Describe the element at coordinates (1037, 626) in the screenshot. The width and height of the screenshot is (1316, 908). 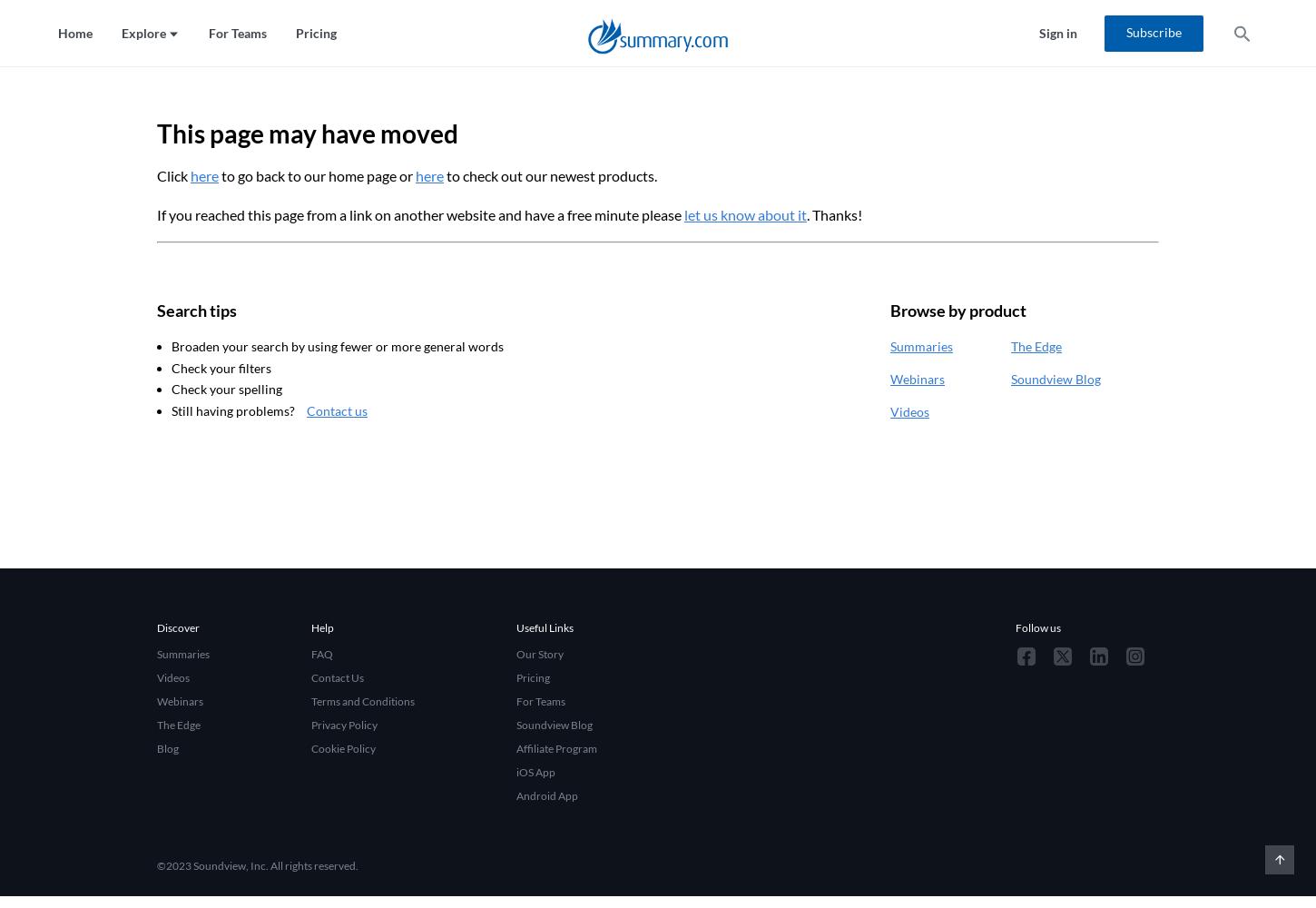
I see `'Follow us'` at that location.